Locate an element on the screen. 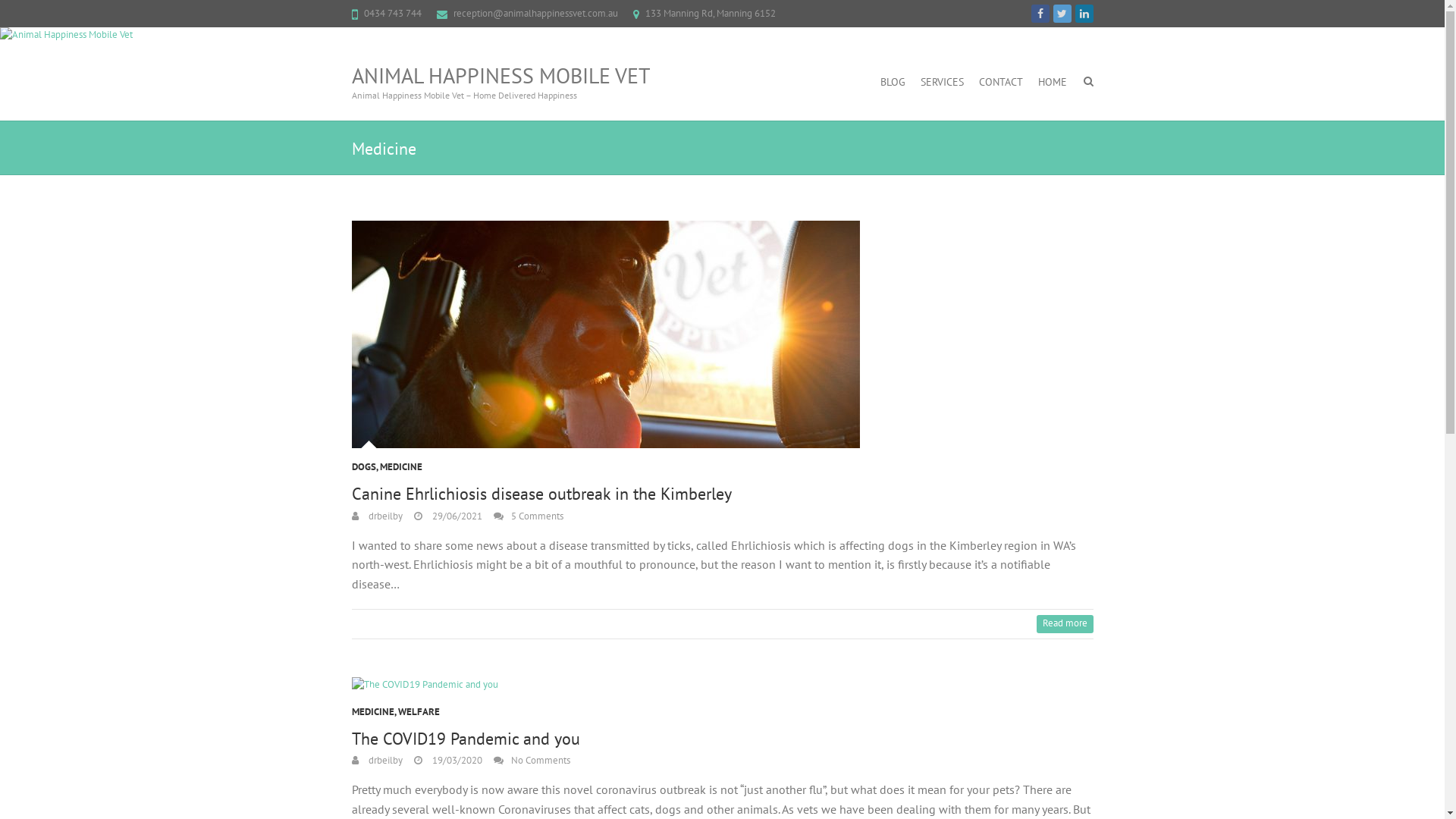 This screenshot has width=1456, height=819. 'reception@animalhappinessvet.com.au' is located at coordinates (535, 13).